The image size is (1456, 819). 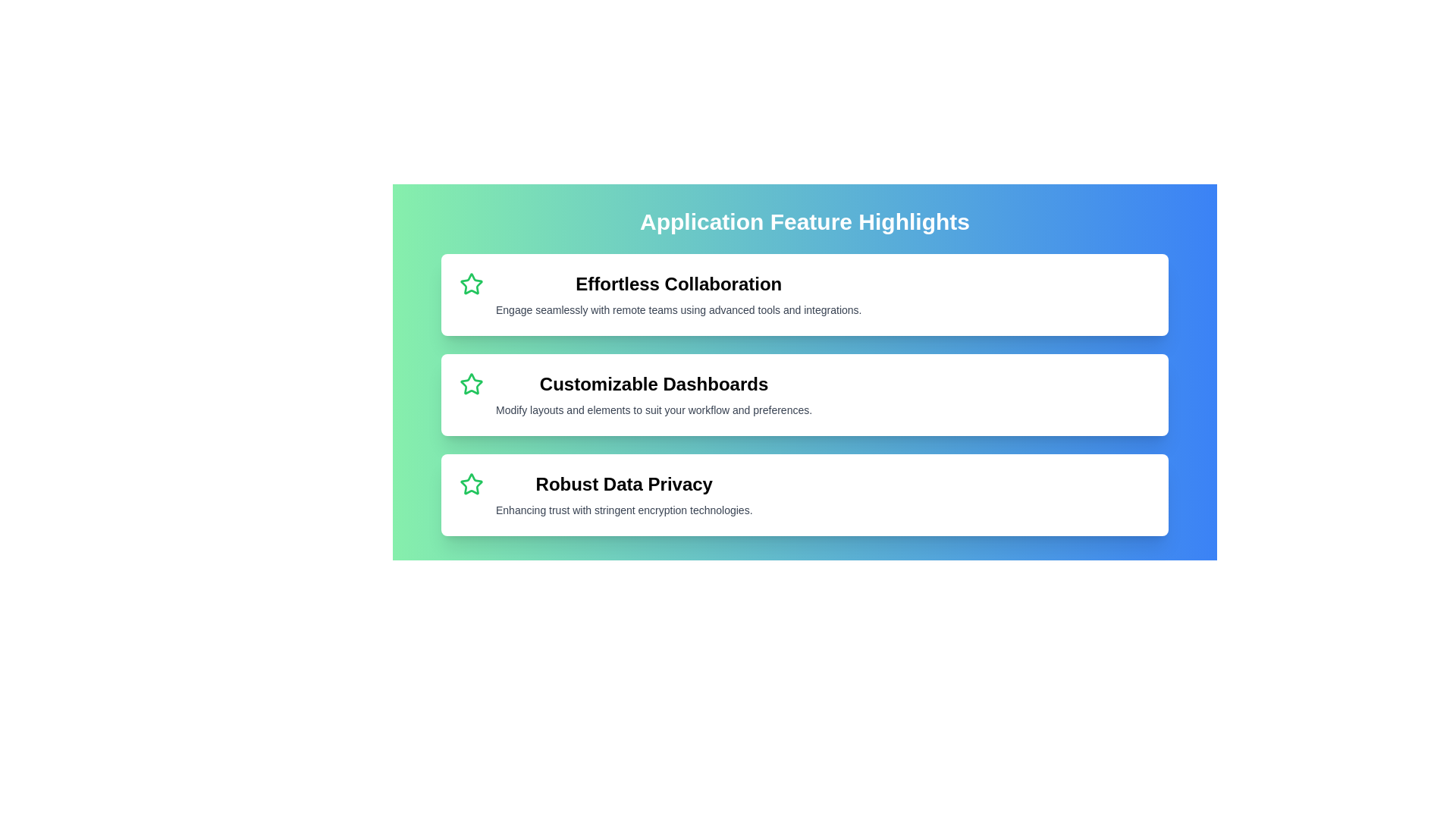 What do you see at coordinates (678, 309) in the screenshot?
I see `descriptive text located directly below the heading 'Effortless Collaboration' in the first section of the interface` at bounding box center [678, 309].